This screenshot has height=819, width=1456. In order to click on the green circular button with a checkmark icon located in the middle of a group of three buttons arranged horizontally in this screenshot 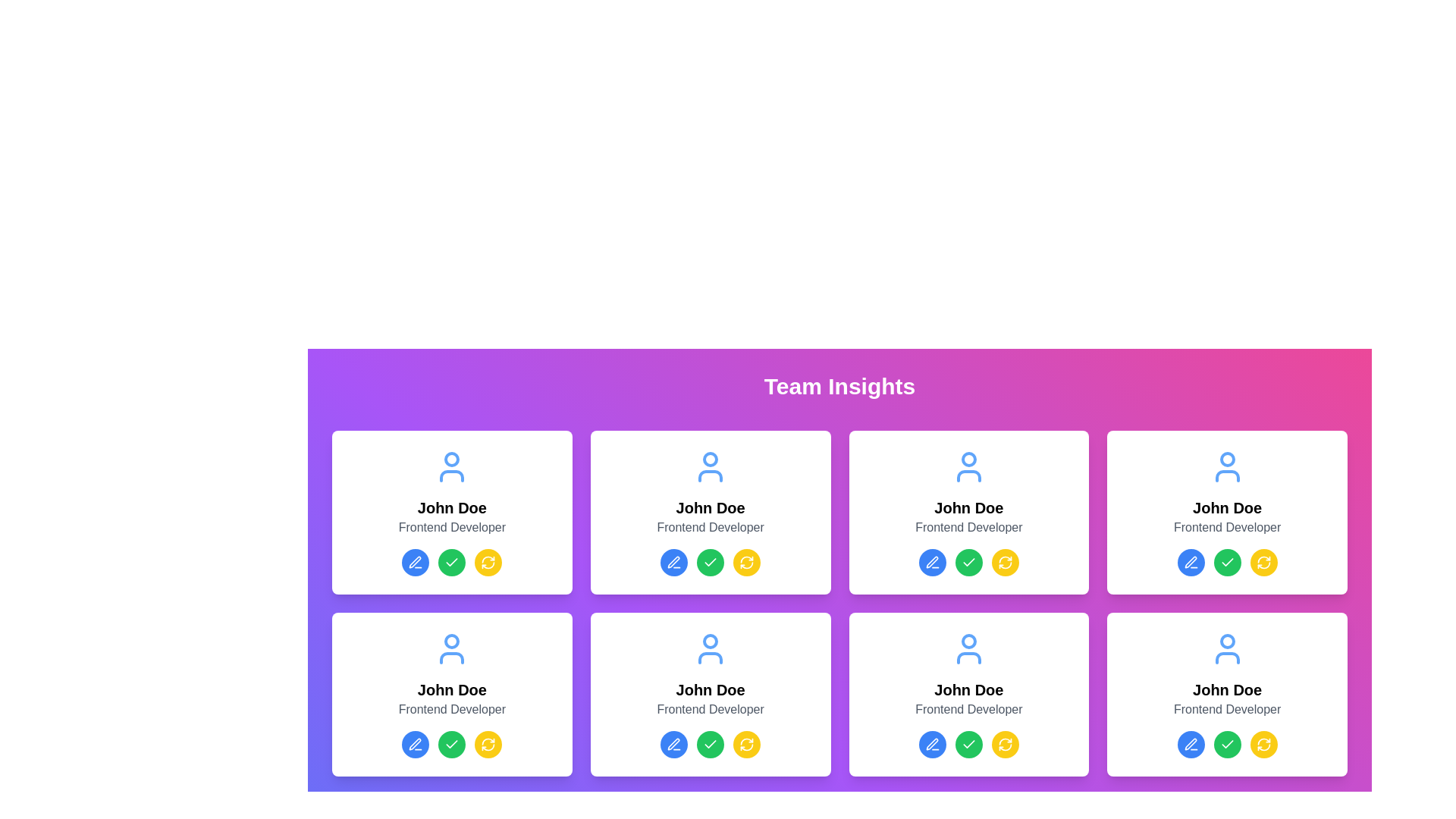, I will do `click(451, 562)`.